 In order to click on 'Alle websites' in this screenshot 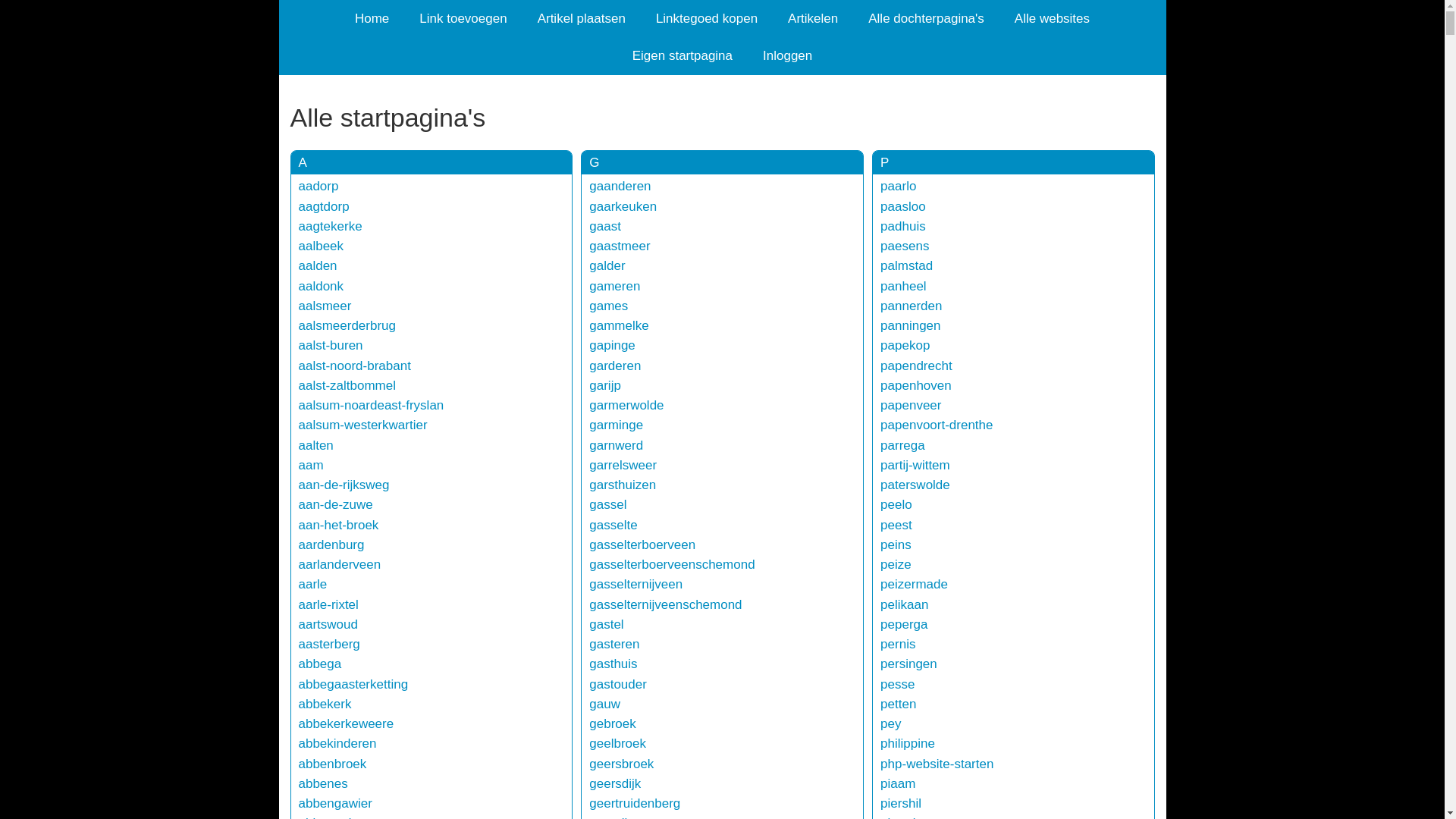, I will do `click(1051, 18)`.